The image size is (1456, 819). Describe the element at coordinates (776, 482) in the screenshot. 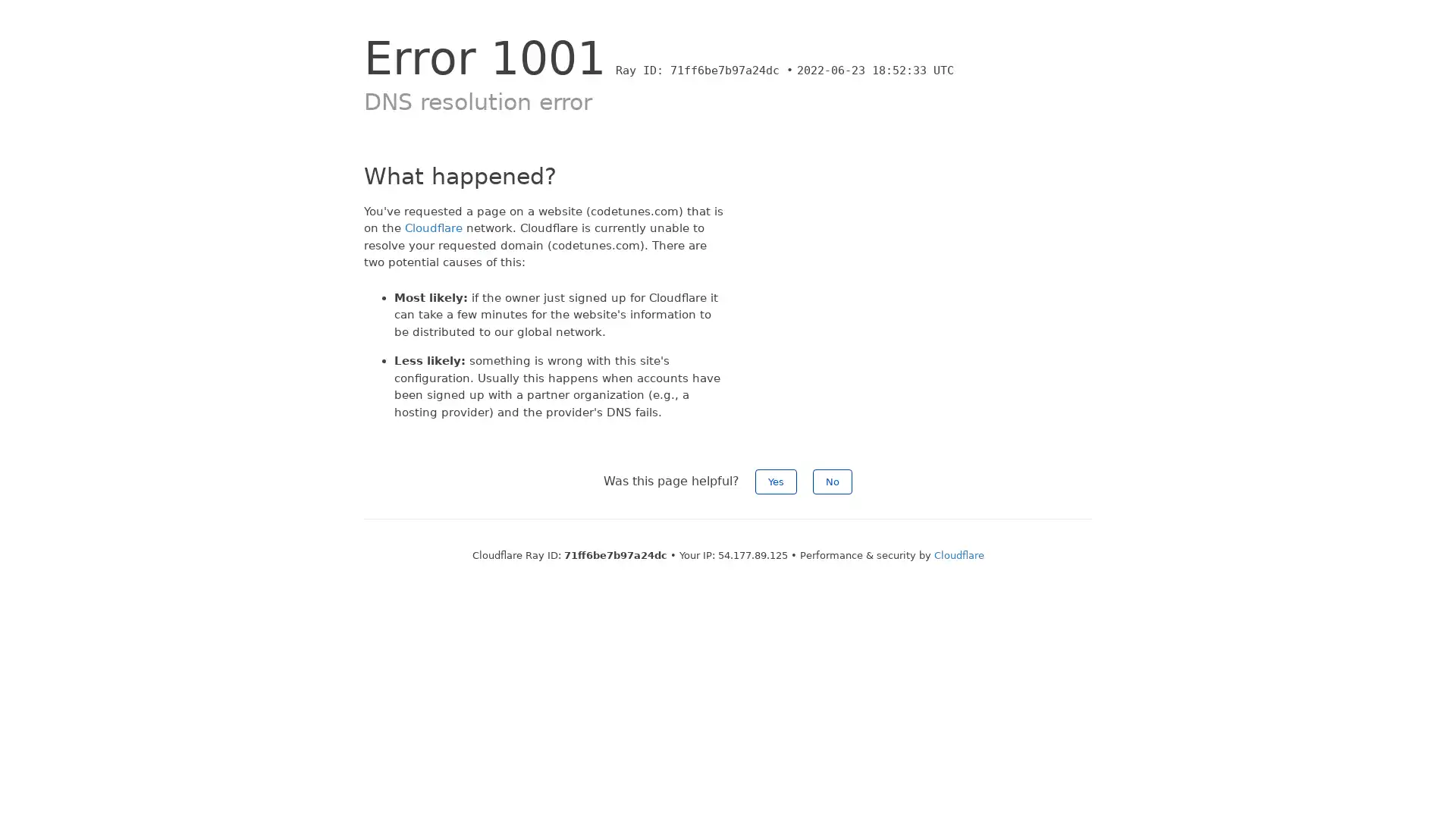

I see `Yes` at that location.